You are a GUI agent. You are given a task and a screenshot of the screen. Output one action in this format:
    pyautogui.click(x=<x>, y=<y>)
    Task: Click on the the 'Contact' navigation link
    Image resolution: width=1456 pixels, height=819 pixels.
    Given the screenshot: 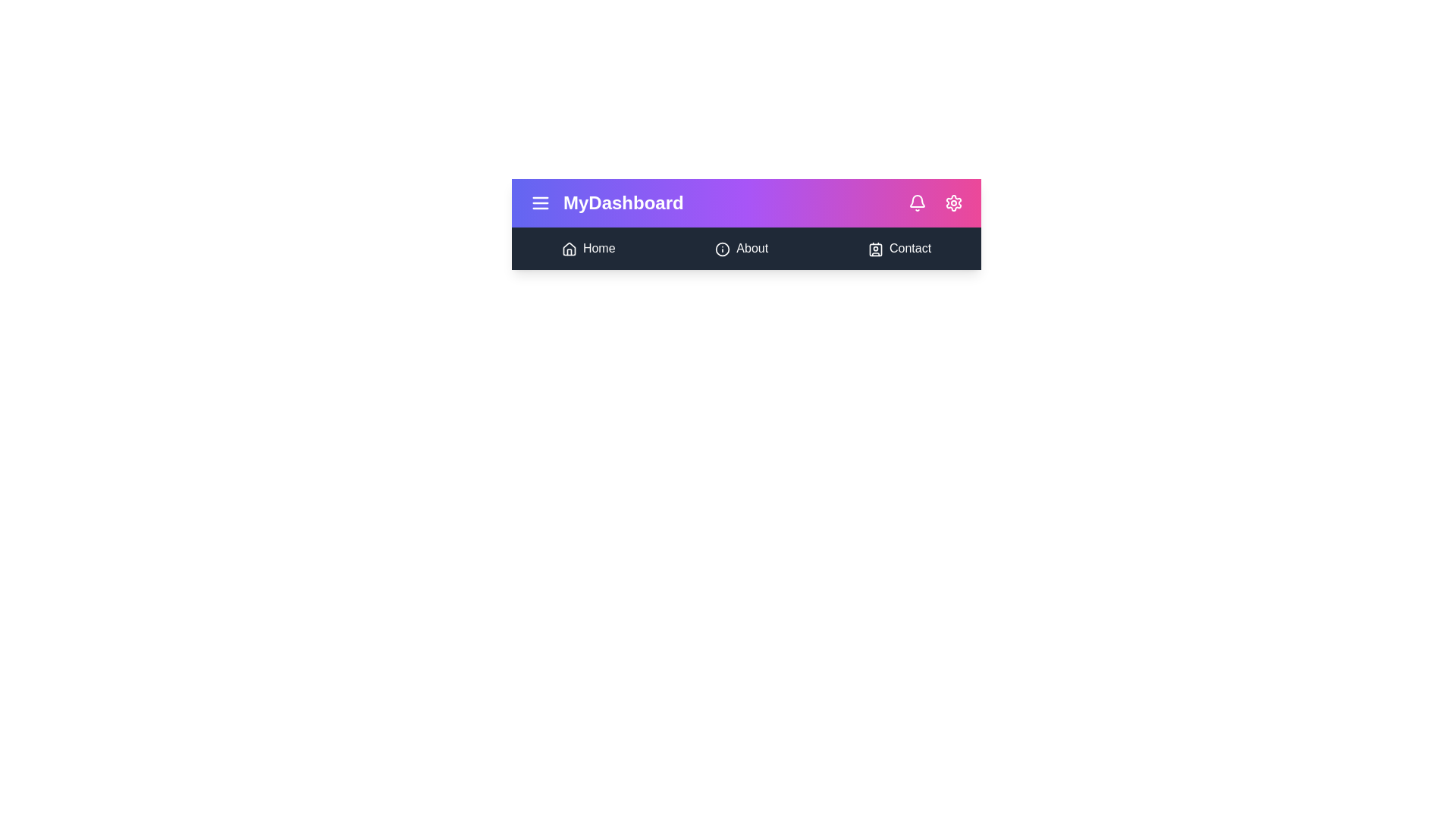 What is the action you would take?
    pyautogui.click(x=899, y=247)
    